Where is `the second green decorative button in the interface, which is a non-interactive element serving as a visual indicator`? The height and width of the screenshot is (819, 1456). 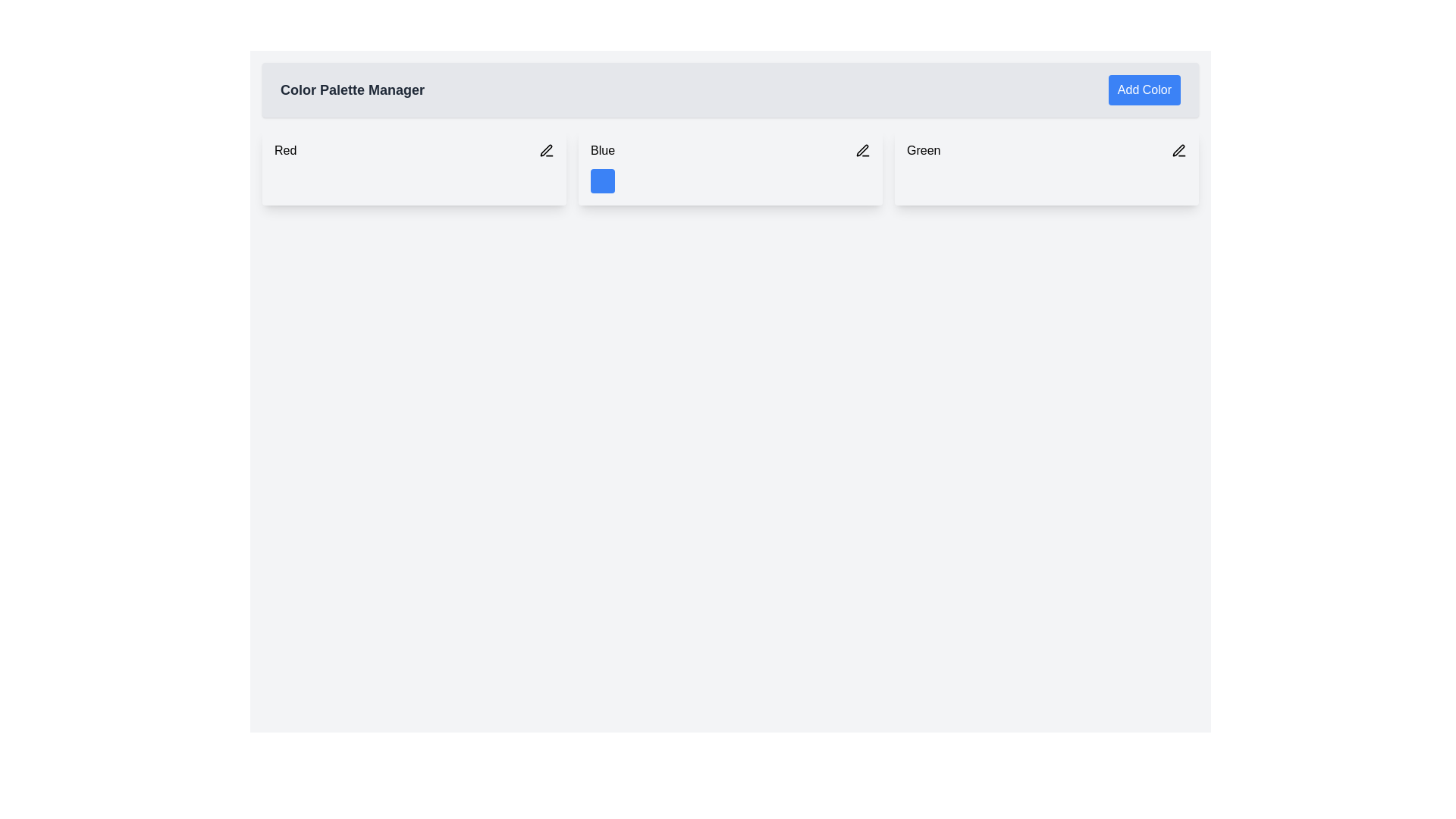
the second green decorative button in the interface, which is a non-interactive element serving as a visual indicator is located at coordinates (949, 180).